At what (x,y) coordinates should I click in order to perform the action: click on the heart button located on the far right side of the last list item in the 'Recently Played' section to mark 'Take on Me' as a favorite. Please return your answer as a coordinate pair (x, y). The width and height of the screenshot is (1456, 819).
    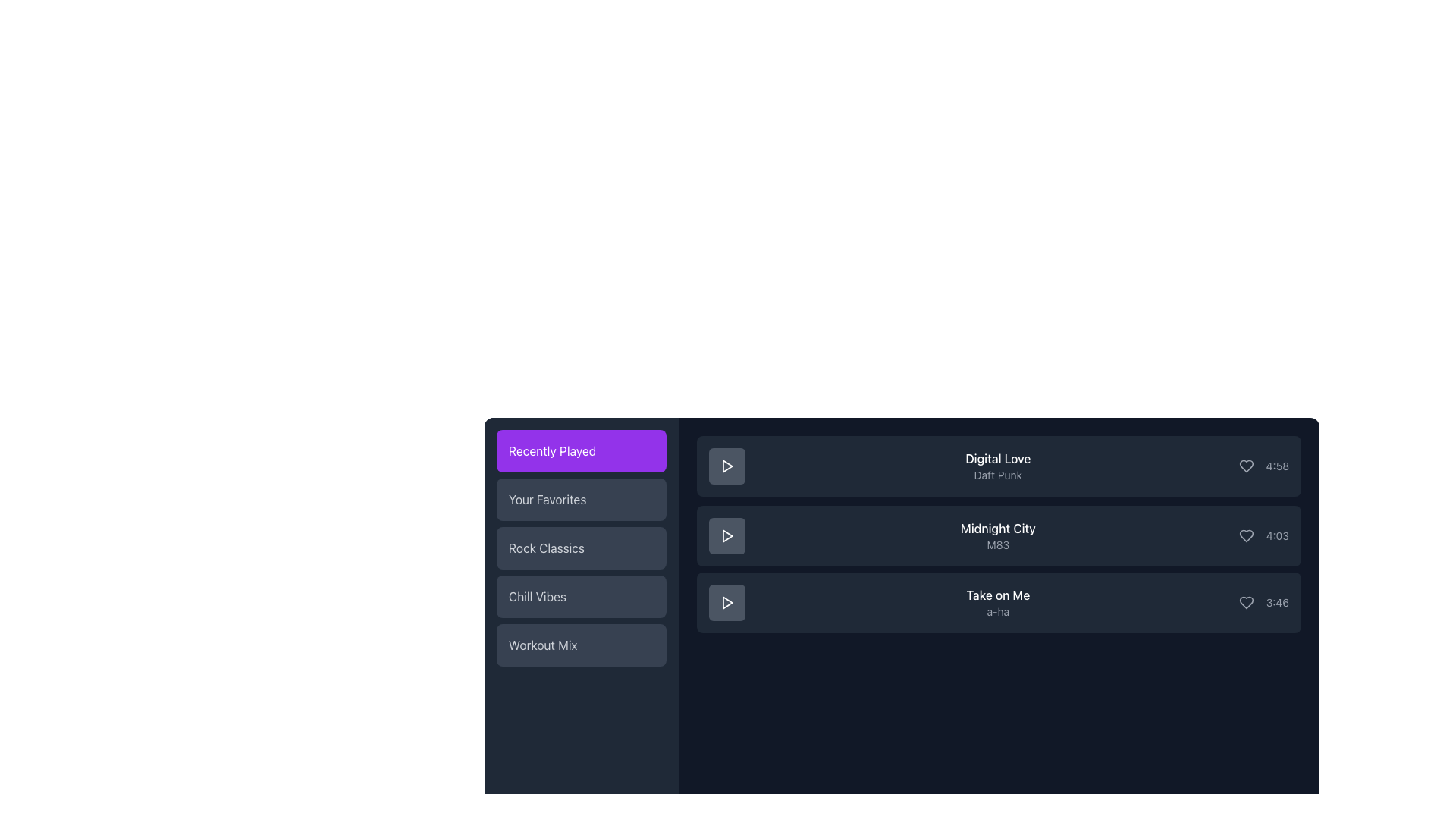
    Looking at the image, I should click on (1246, 601).